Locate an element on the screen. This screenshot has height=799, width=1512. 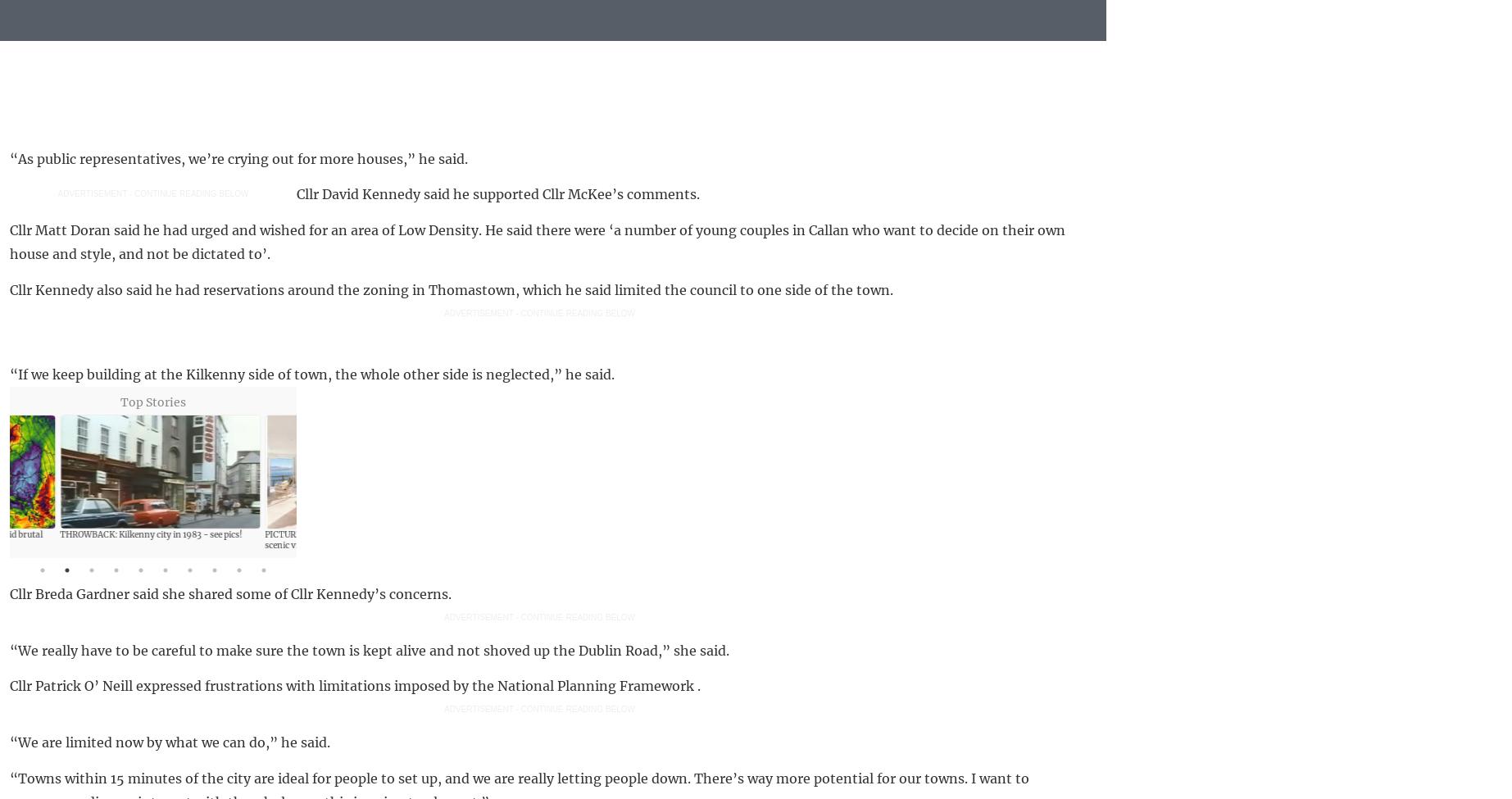
'“If we keep building at the Kilkenny side of town, the whole other side is neglected,” he said.' is located at coordinates (311, 374).